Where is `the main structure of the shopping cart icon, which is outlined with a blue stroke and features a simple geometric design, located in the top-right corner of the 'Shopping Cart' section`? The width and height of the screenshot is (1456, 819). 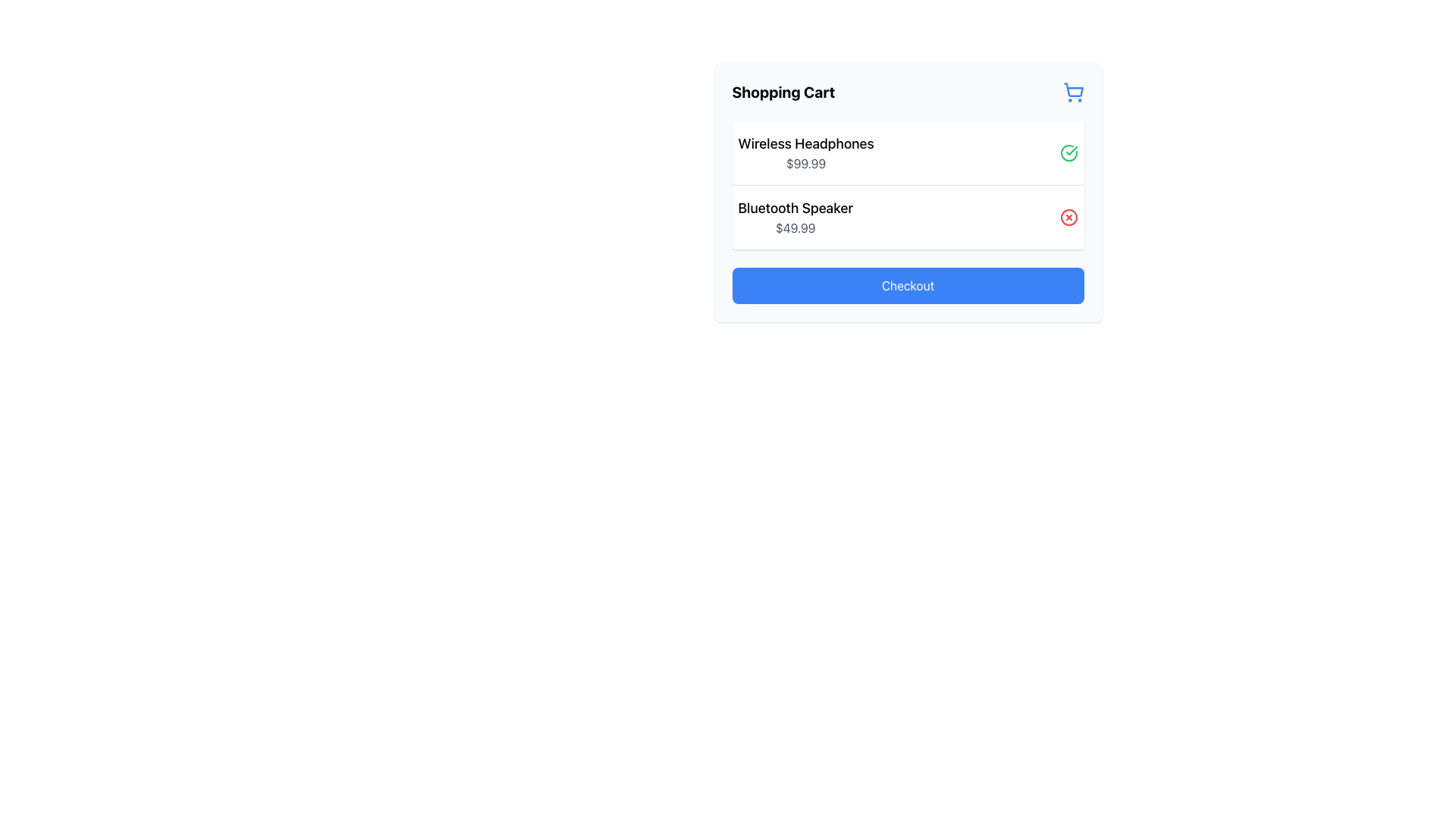 the main structure of the shopping cart icon, which is outlined with a blue stroke and features a simple geometric design, located in the top-right corner of the 'Shopping Cart' section is located at coordinates (1072, 89).